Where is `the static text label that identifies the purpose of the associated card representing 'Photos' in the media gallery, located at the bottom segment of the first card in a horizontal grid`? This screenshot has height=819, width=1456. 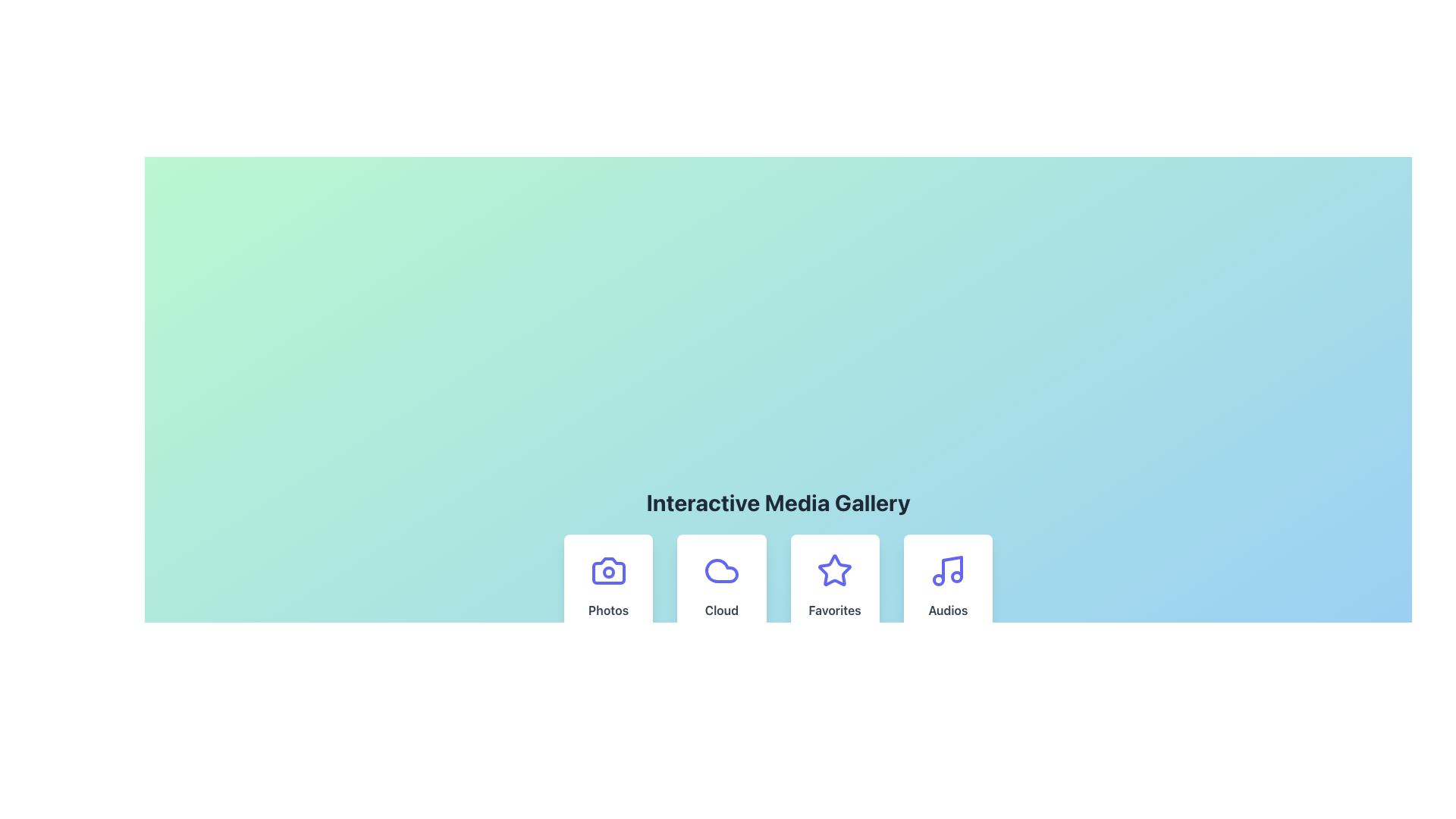
the static text label that identifies the purpose of the associated card representing 'Photos' in the media gallery, located at the bottom segment of the first card in a horizontal grid is located at coordinates (608, 610).